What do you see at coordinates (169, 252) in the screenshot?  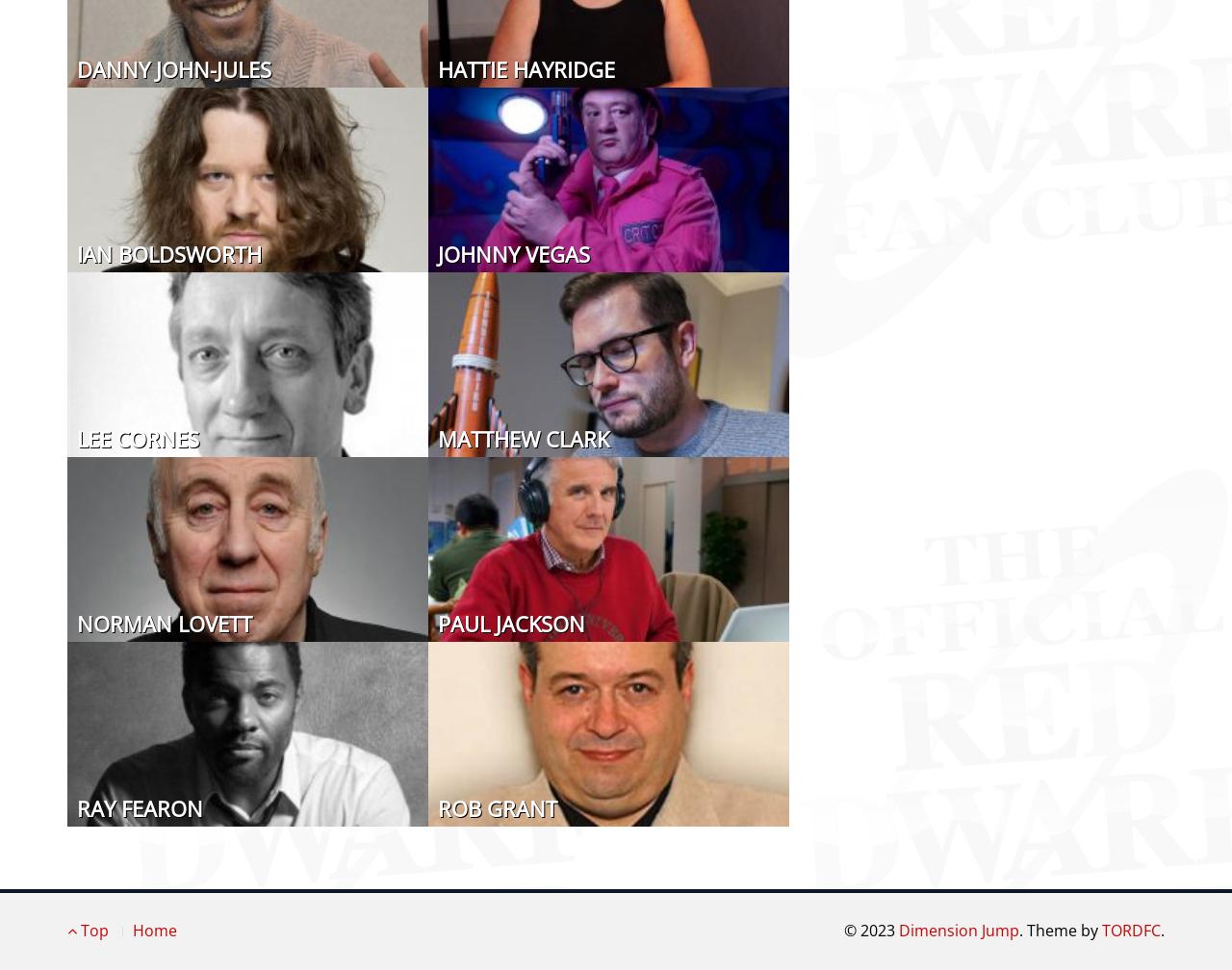 I see `'Ian Boldsworth'` at bounding box center [169, 252].